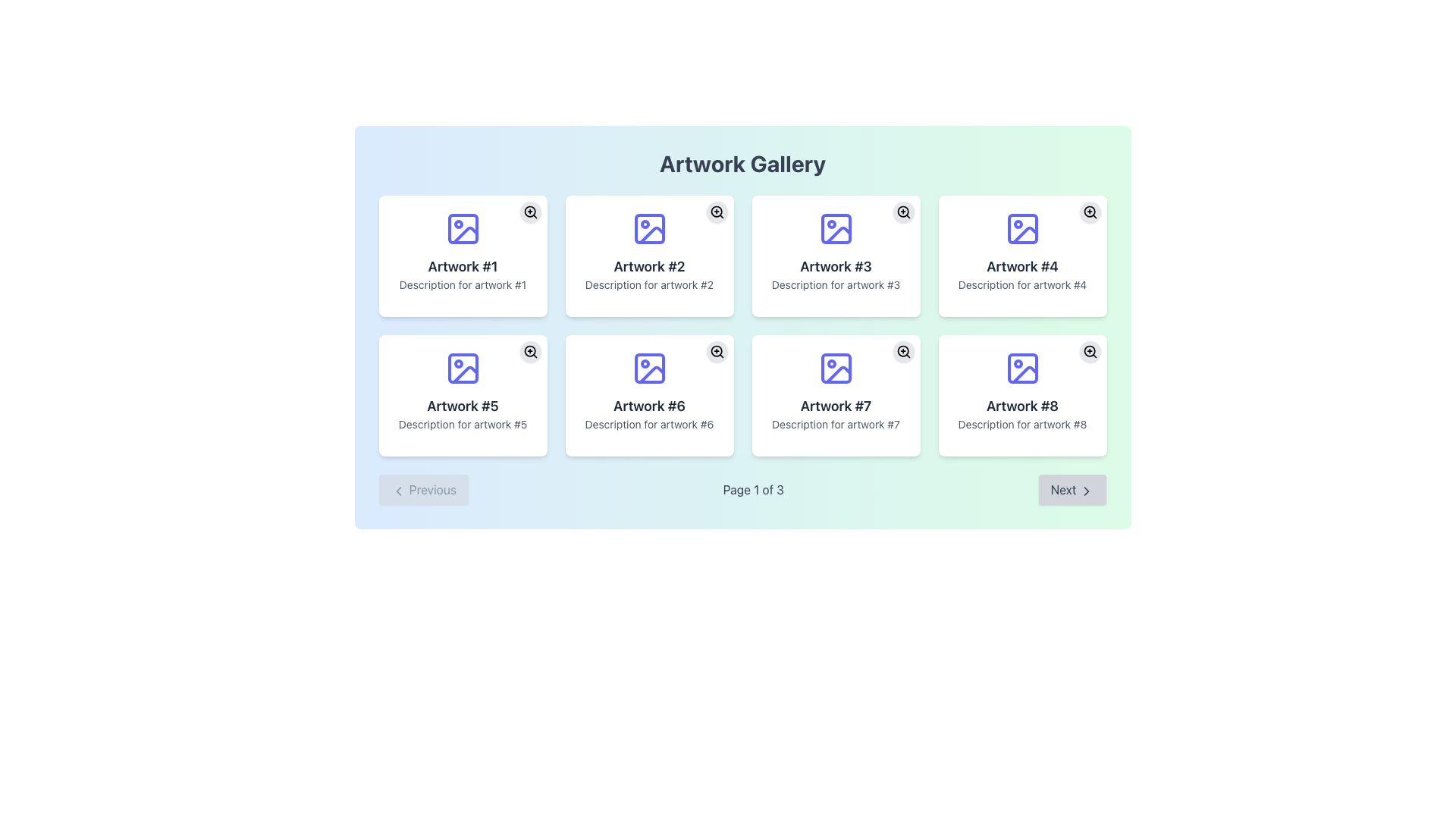 This screenshot has height=819, width=1456. What do you see at coordinates (530, 351) in the screenshot?
I see `the circular button with a magnifying glass icon located at the top-right corner of the card labeled 'Artwork #5'` at bounding box center [530, 351].